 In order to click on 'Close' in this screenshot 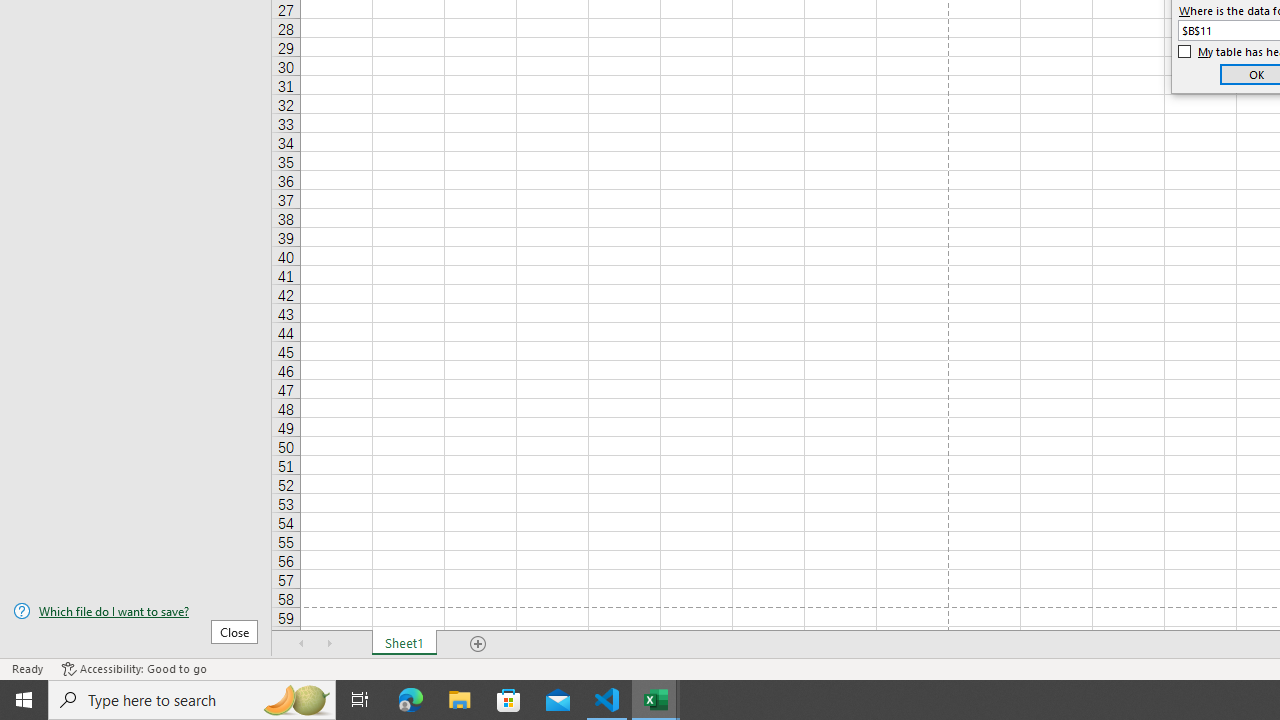, I will do `click(234, 631)`.